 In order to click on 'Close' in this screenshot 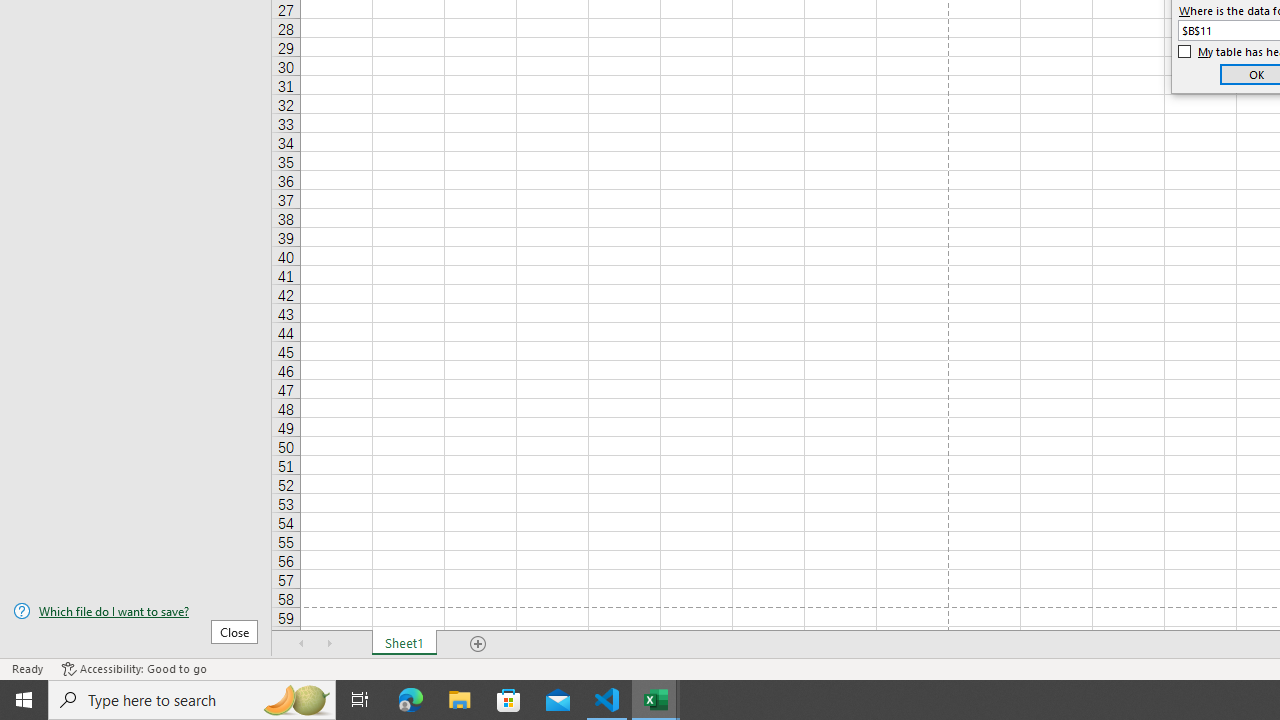, I will do `click(234, 631)`.